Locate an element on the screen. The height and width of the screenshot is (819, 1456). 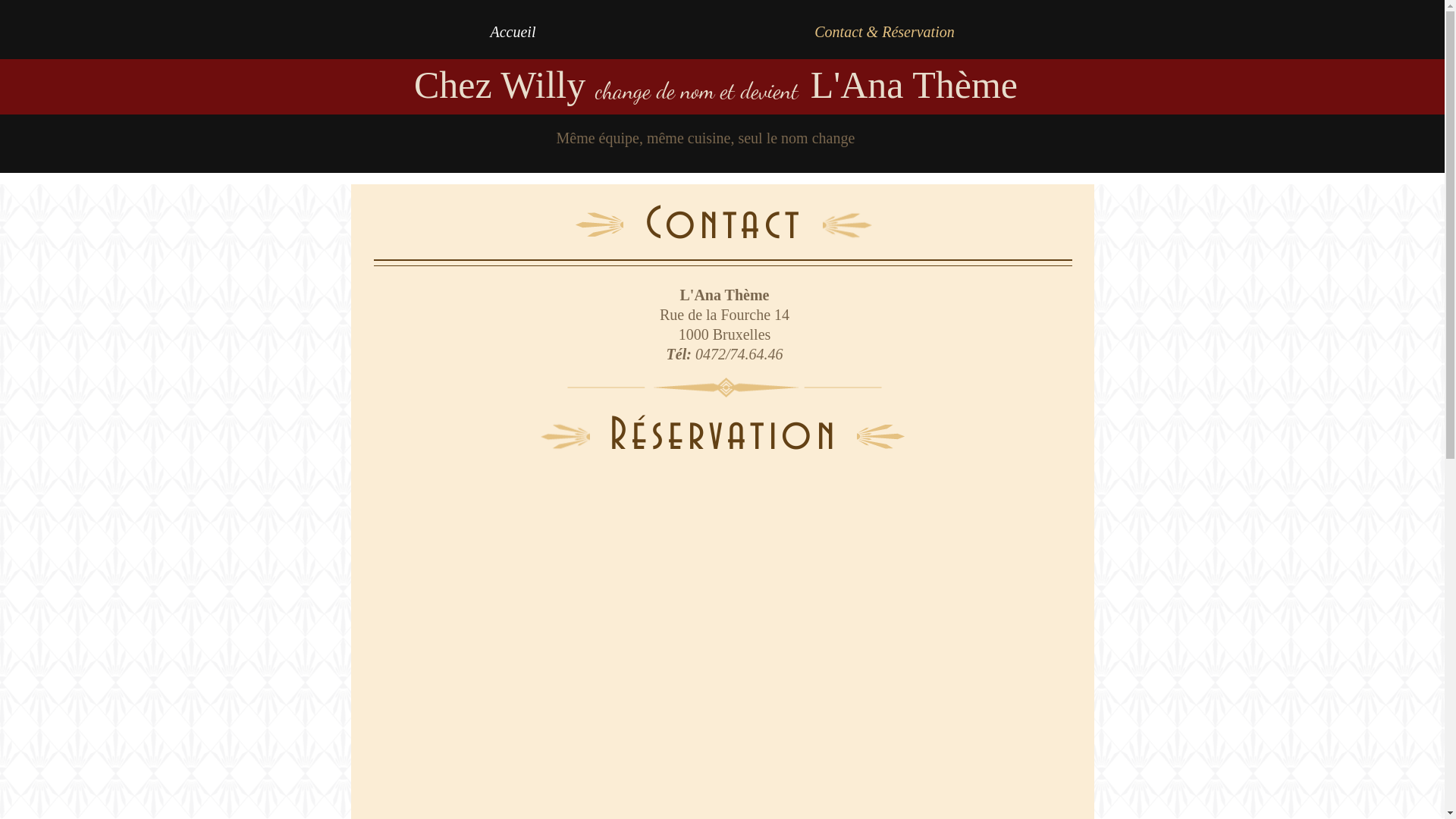
'Accueil' is located at coordinates (513, 32).